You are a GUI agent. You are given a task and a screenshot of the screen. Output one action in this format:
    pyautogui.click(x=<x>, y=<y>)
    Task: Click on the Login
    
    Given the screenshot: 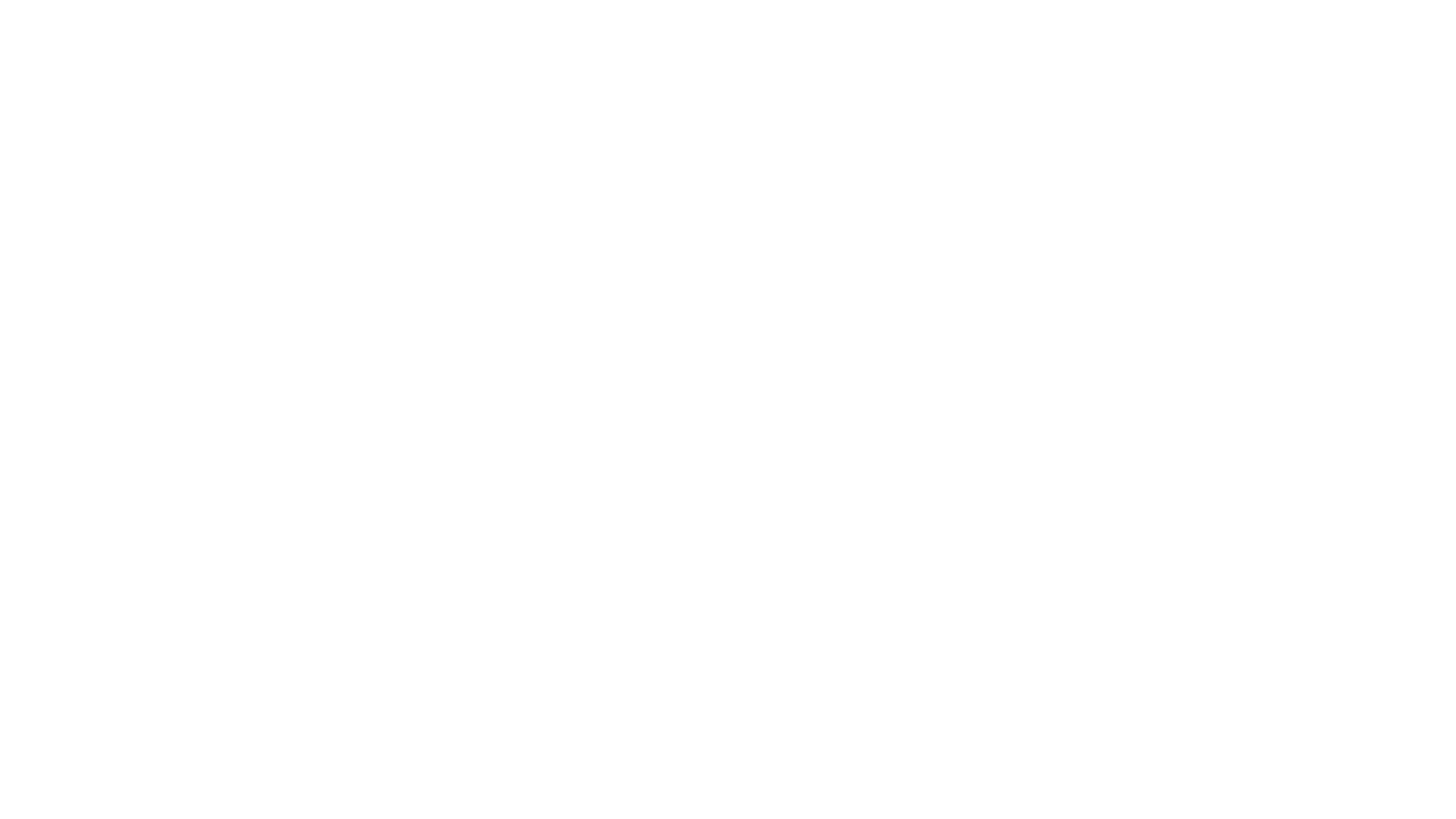 What is the action you would take?
    pyautogui.click(x=728, y=525)
    